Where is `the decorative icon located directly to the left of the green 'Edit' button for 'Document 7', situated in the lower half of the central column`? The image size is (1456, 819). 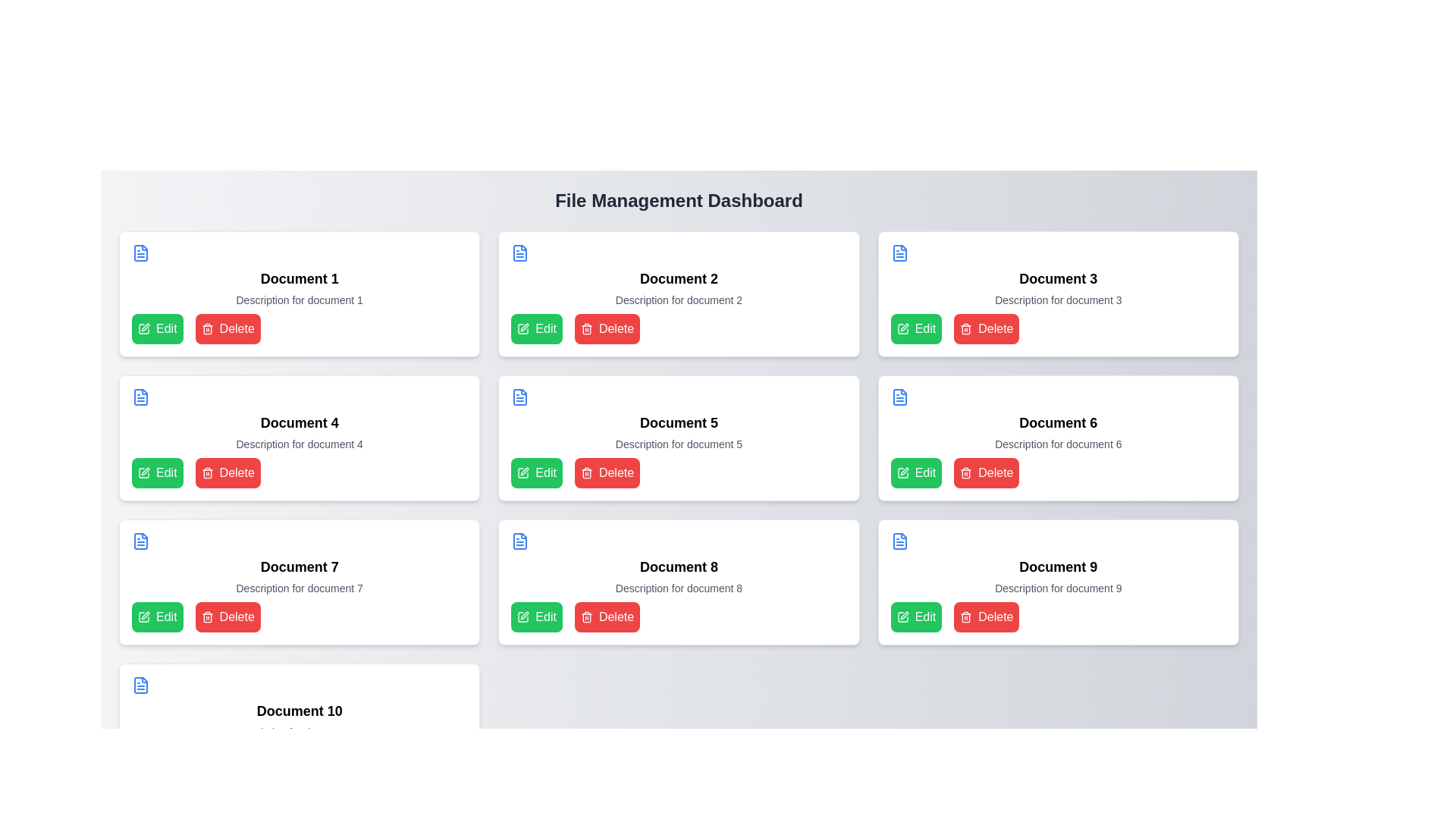 the decorative icon located directly to the left of the green 'Edit' button for 'Document 7', situated in the lower half of the central column is located at coordinates (144, 617).